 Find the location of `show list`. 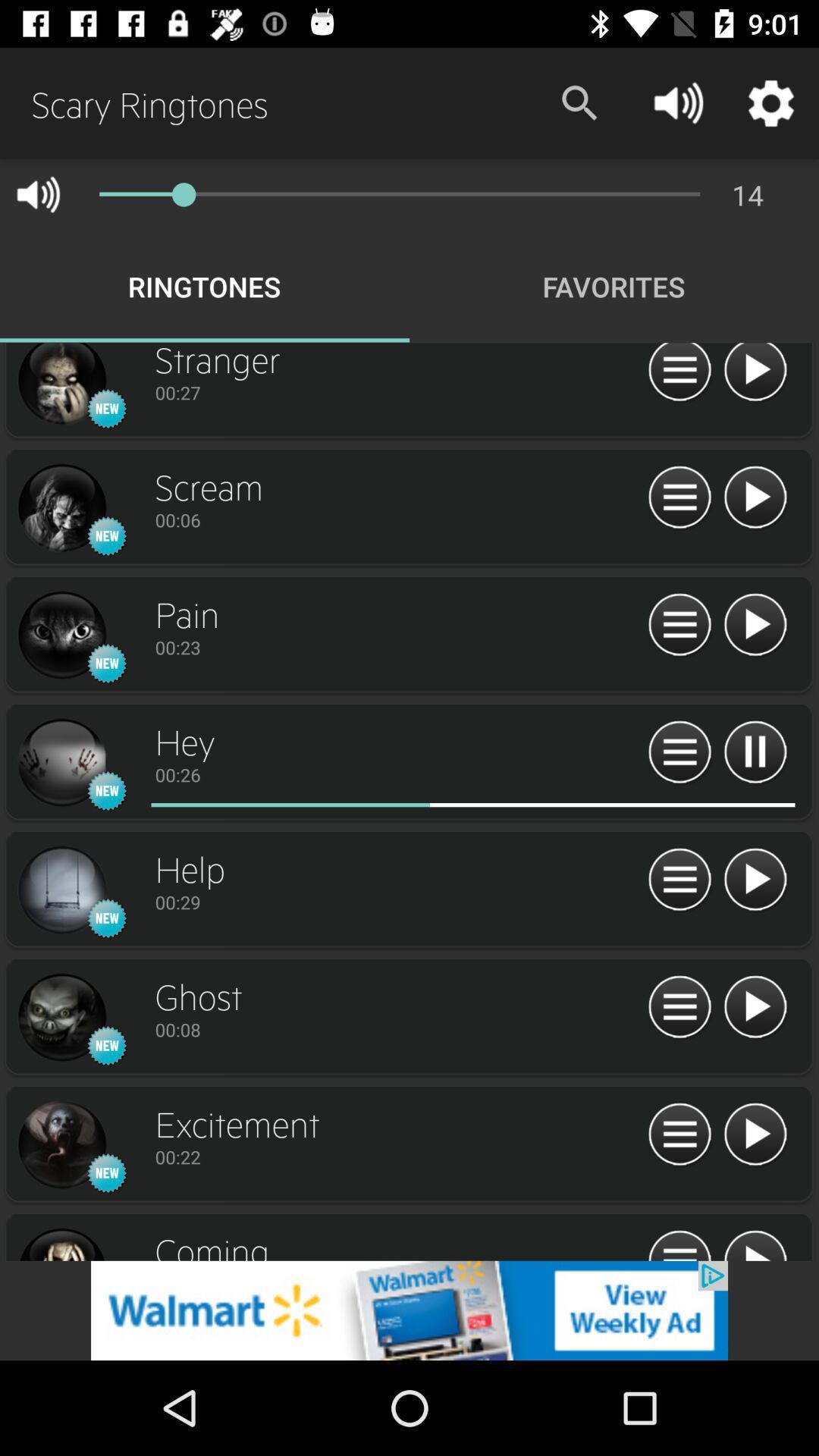

show list is located at coordinates (679, 626).